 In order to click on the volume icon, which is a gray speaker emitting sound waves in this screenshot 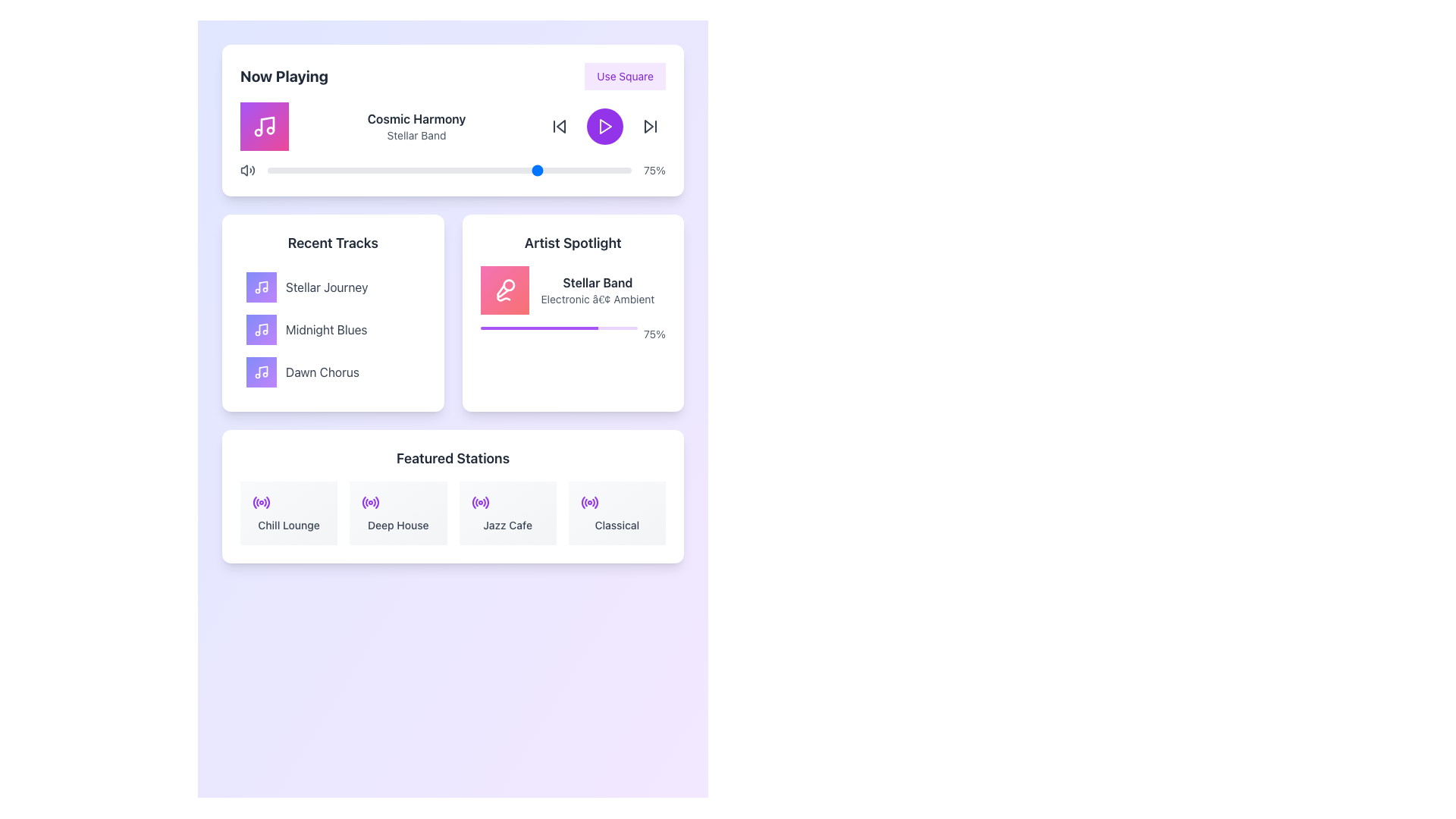, I will do `click(247, 170)`.